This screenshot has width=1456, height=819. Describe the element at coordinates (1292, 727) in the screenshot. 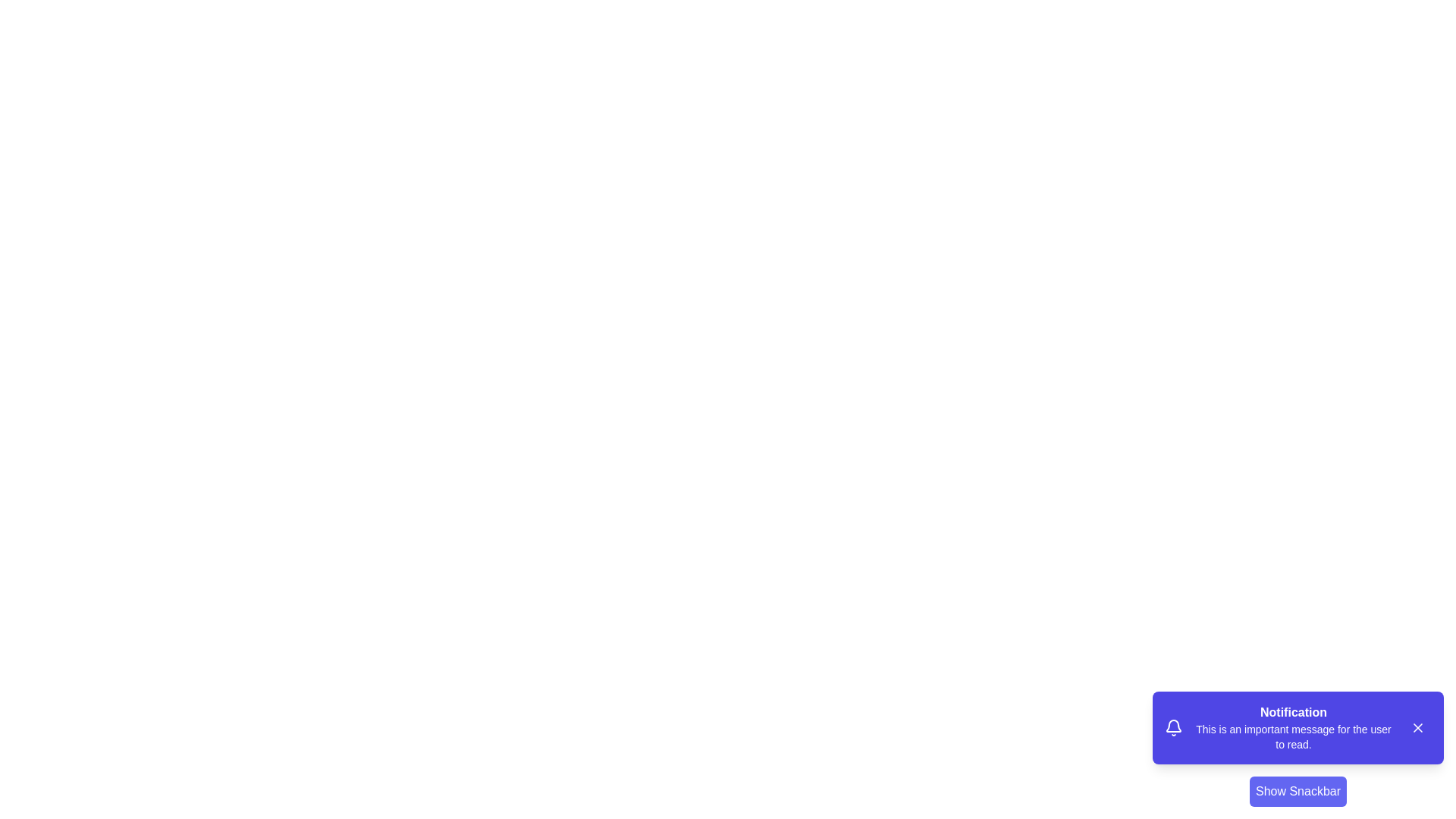

I see `the text label located in the bottom-right corner of the interface within the purple notification box, situated between the notification bell icon and the close button` at that location.